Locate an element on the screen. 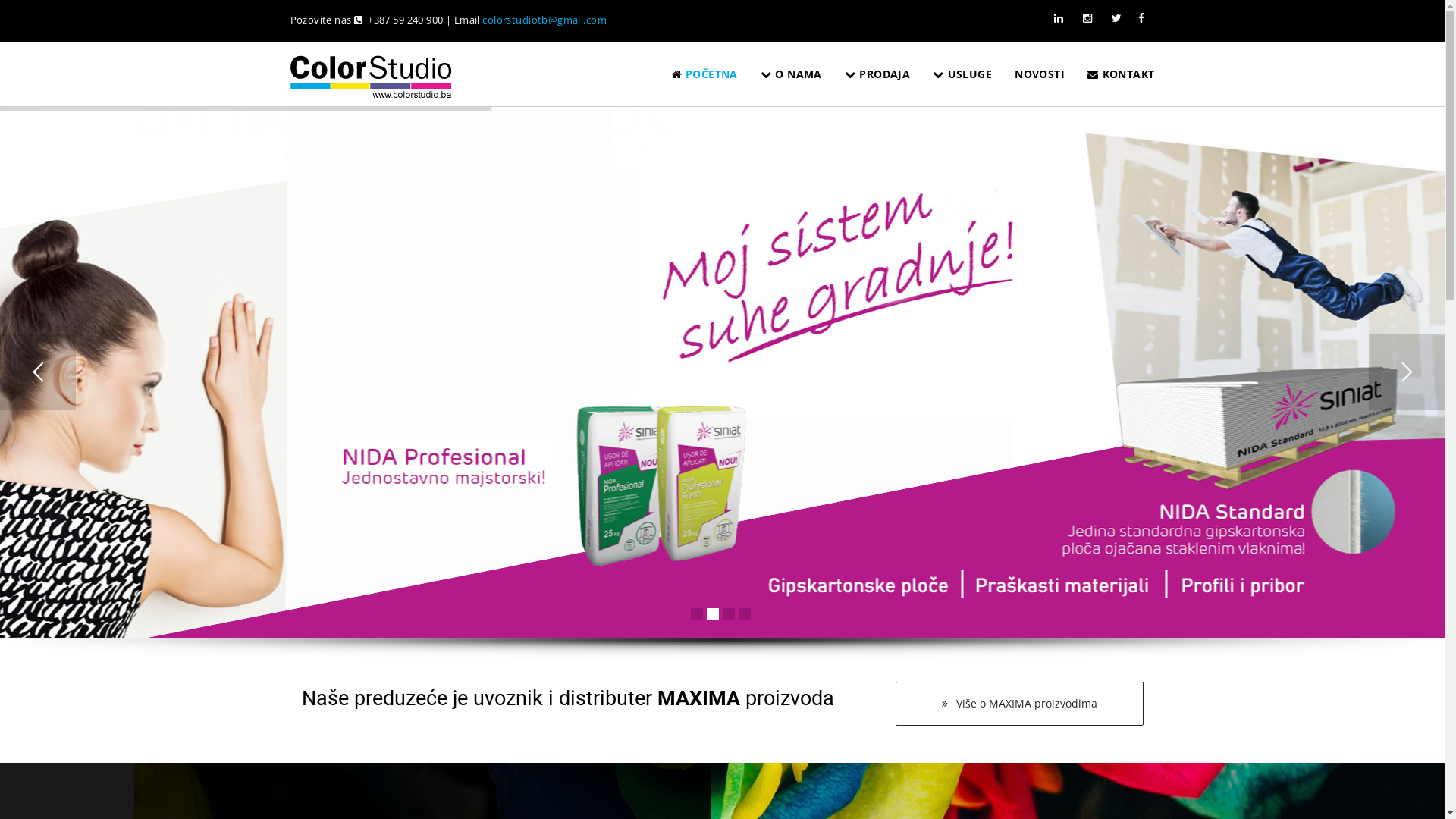 Image resolution: width=1456 pixels, height=819 pixels. 'colorstudiotb@gmail.com' is located at coordinates (481, 20).